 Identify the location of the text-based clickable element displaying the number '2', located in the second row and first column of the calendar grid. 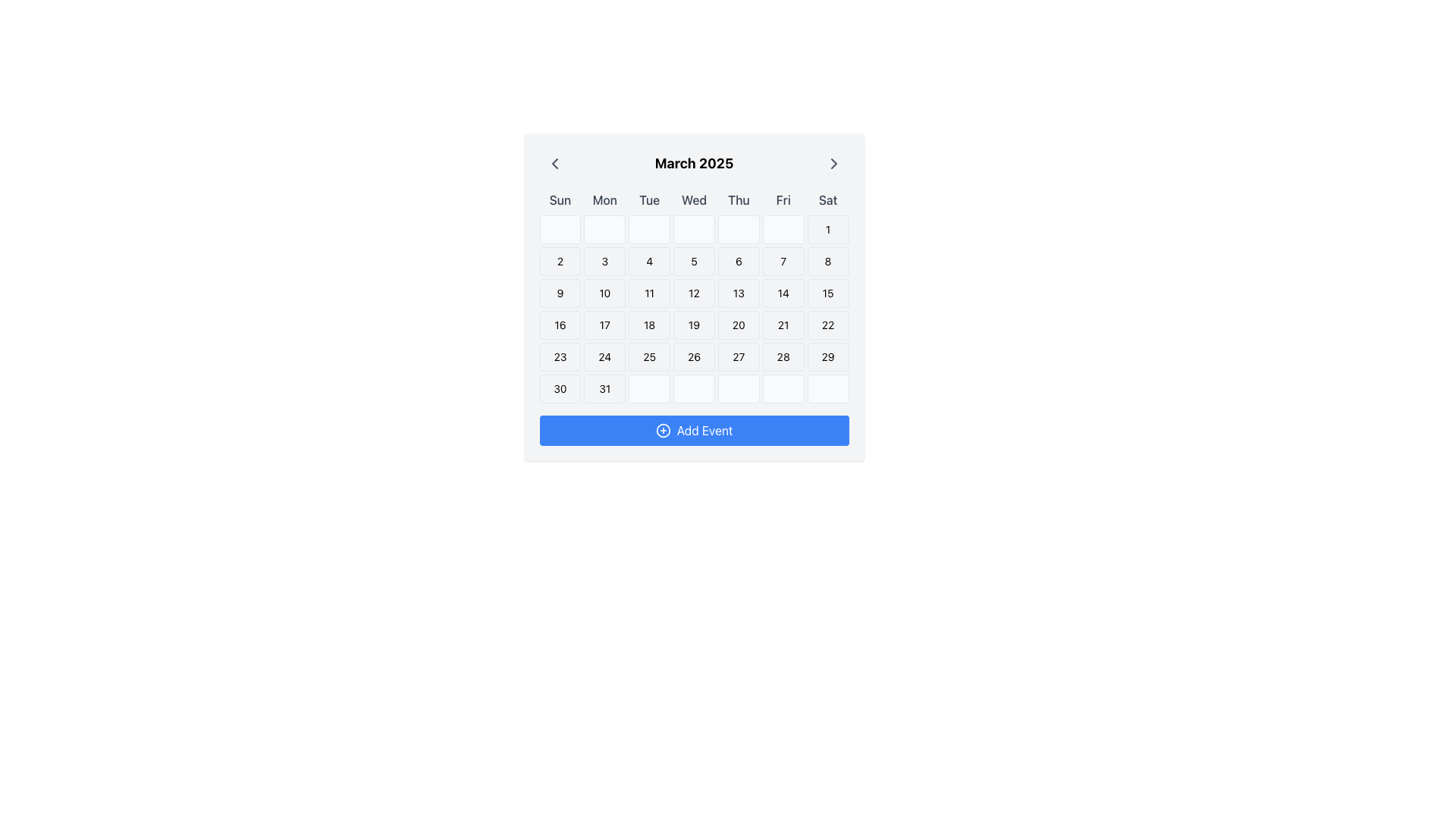
(560, 260).